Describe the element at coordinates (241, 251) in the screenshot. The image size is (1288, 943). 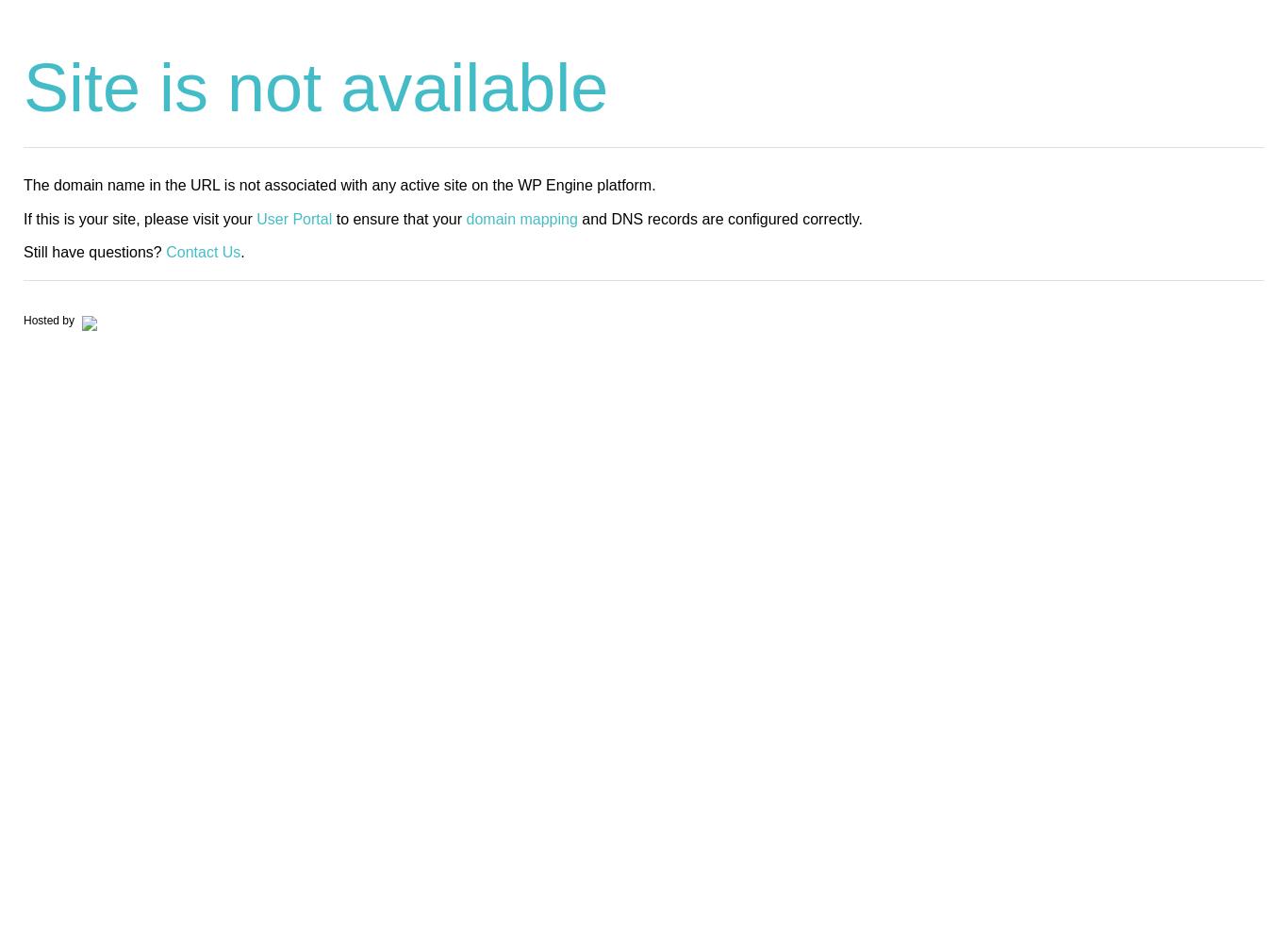
I see `'.'` at that location.